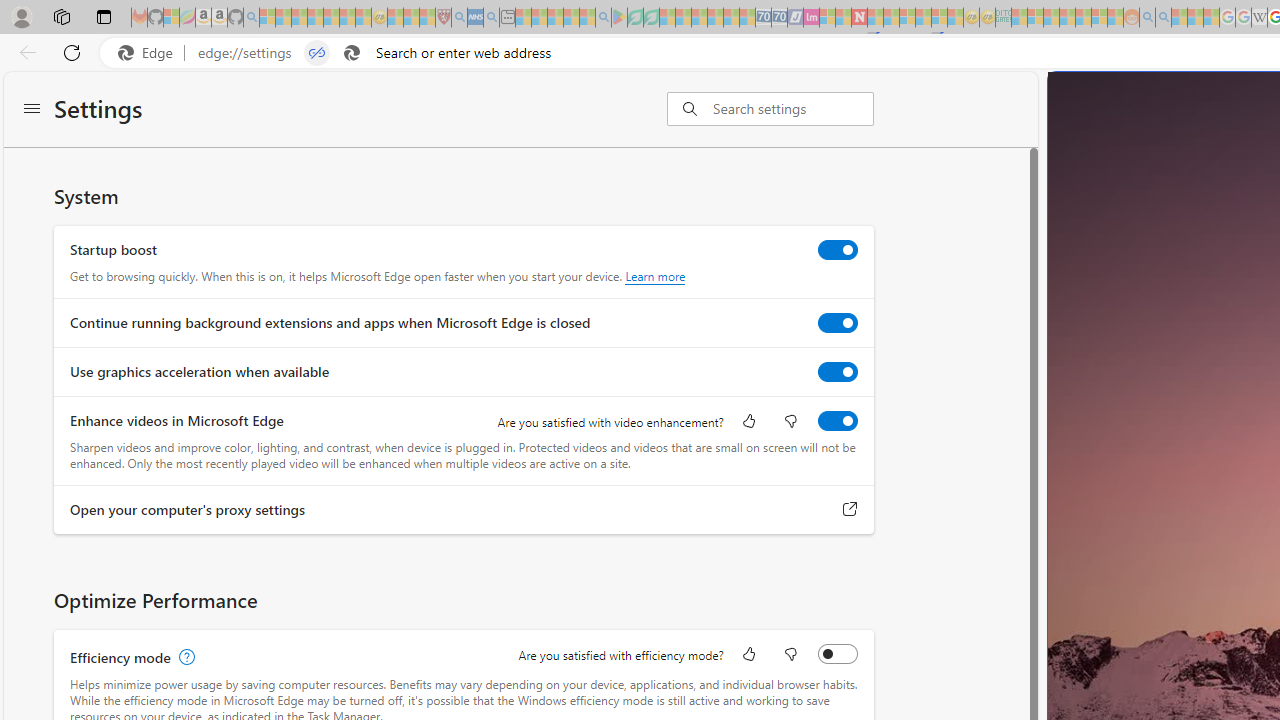 The width and height of the screenshot is (1280, 720). What do you see at coordinates (791, 109) in the screenshot?
I see `'Search settings'` at bounding box center [791, 109].